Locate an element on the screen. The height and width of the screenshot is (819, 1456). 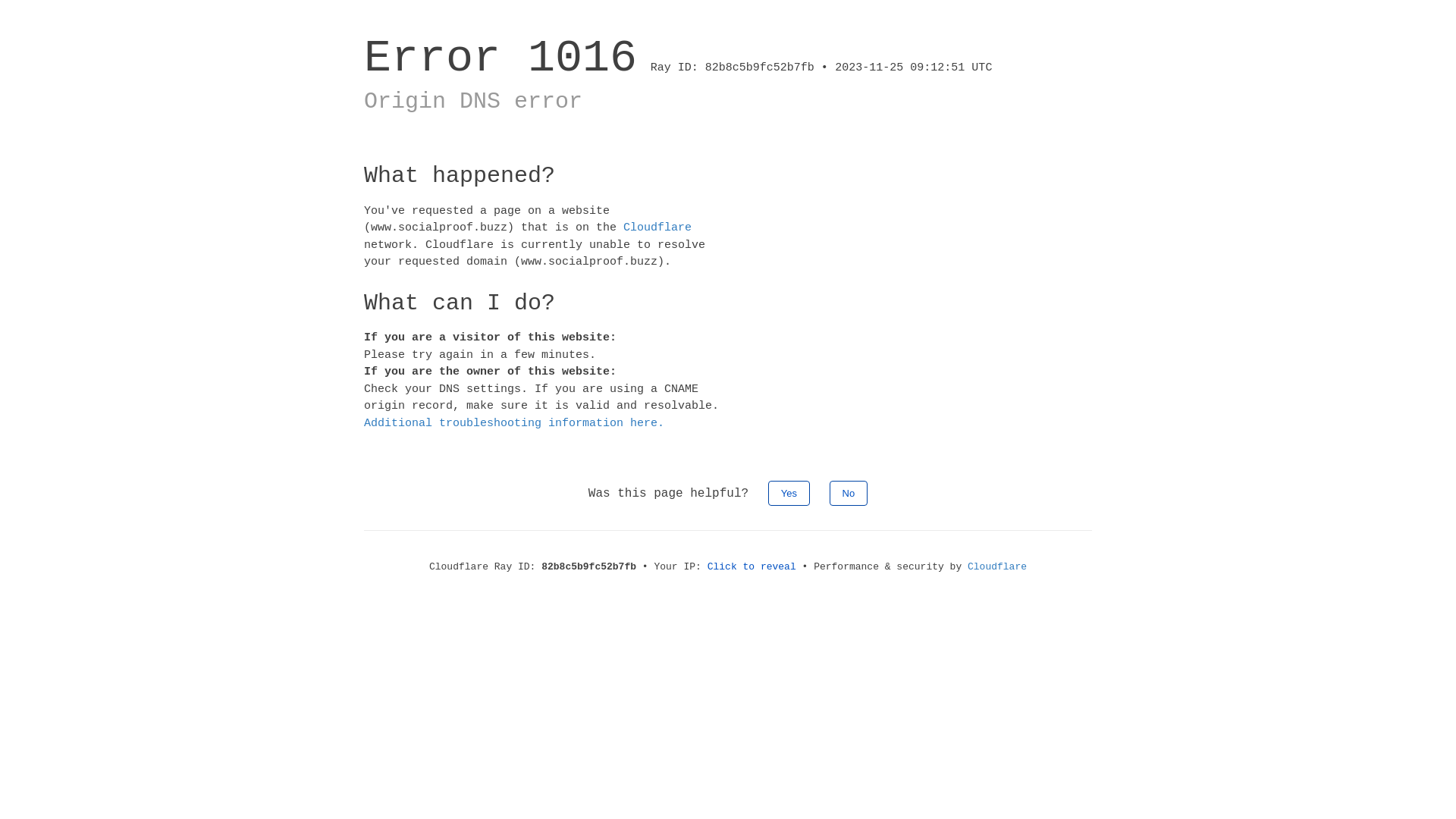
'Yes' is located at coordinates (789, 493).